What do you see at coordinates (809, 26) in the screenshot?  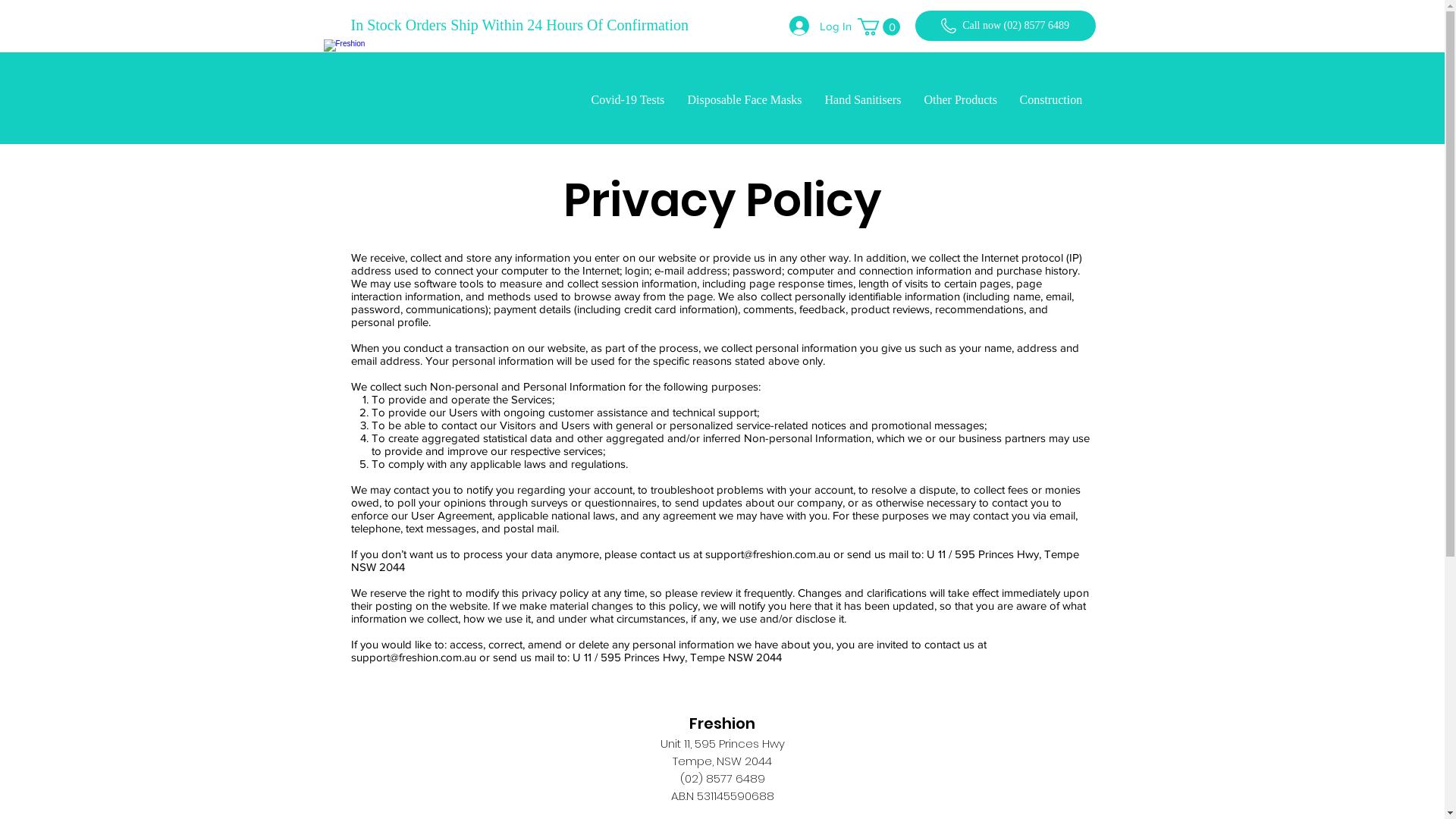 I see `'Log In'` at bounding box center [809, 26].